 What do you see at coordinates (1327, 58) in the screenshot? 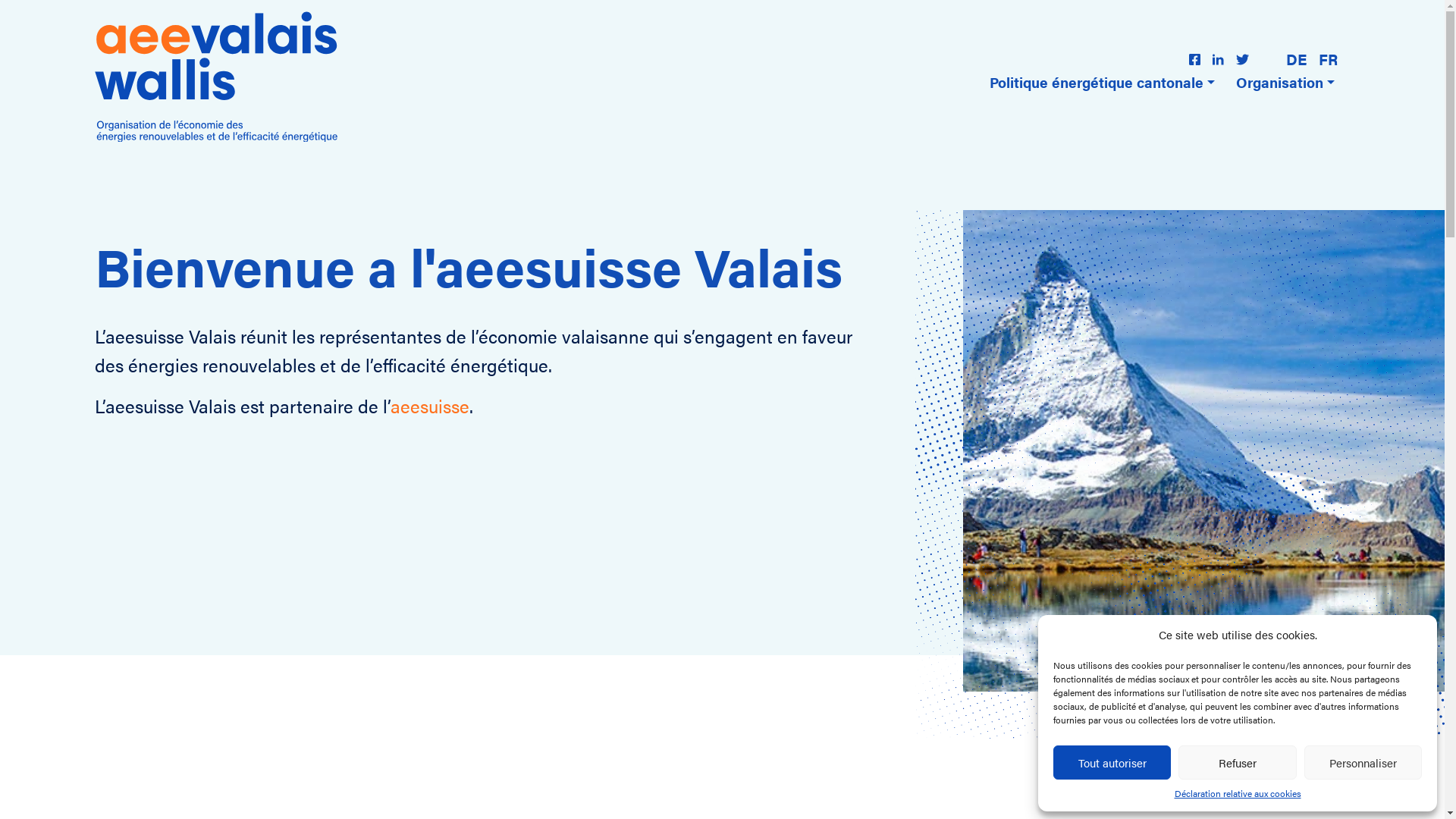
I see `'FR'` at bounding box center [1327, 58].